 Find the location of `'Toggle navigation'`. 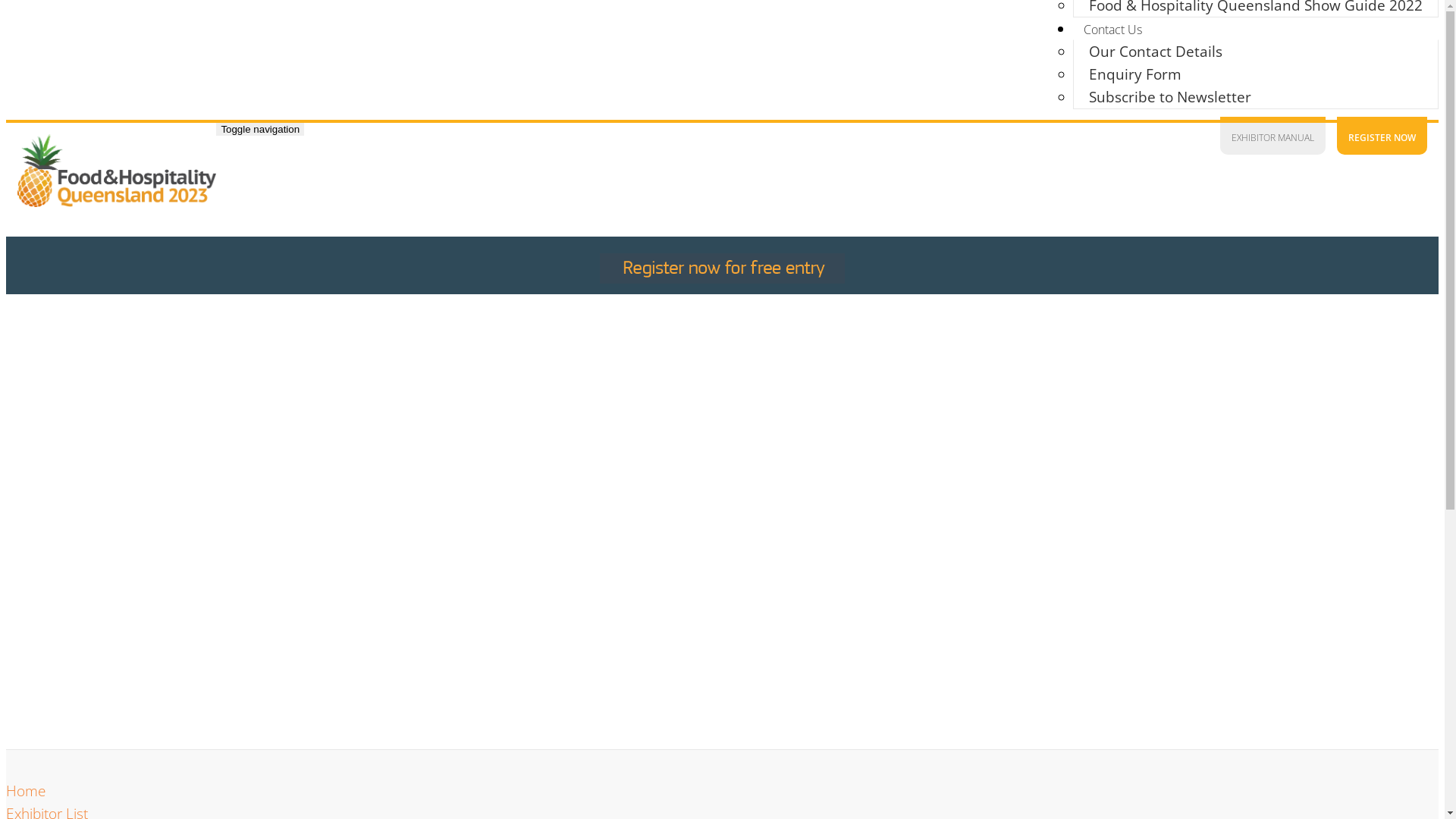

'Toggle navigation' is located at coordinates (259, 128).